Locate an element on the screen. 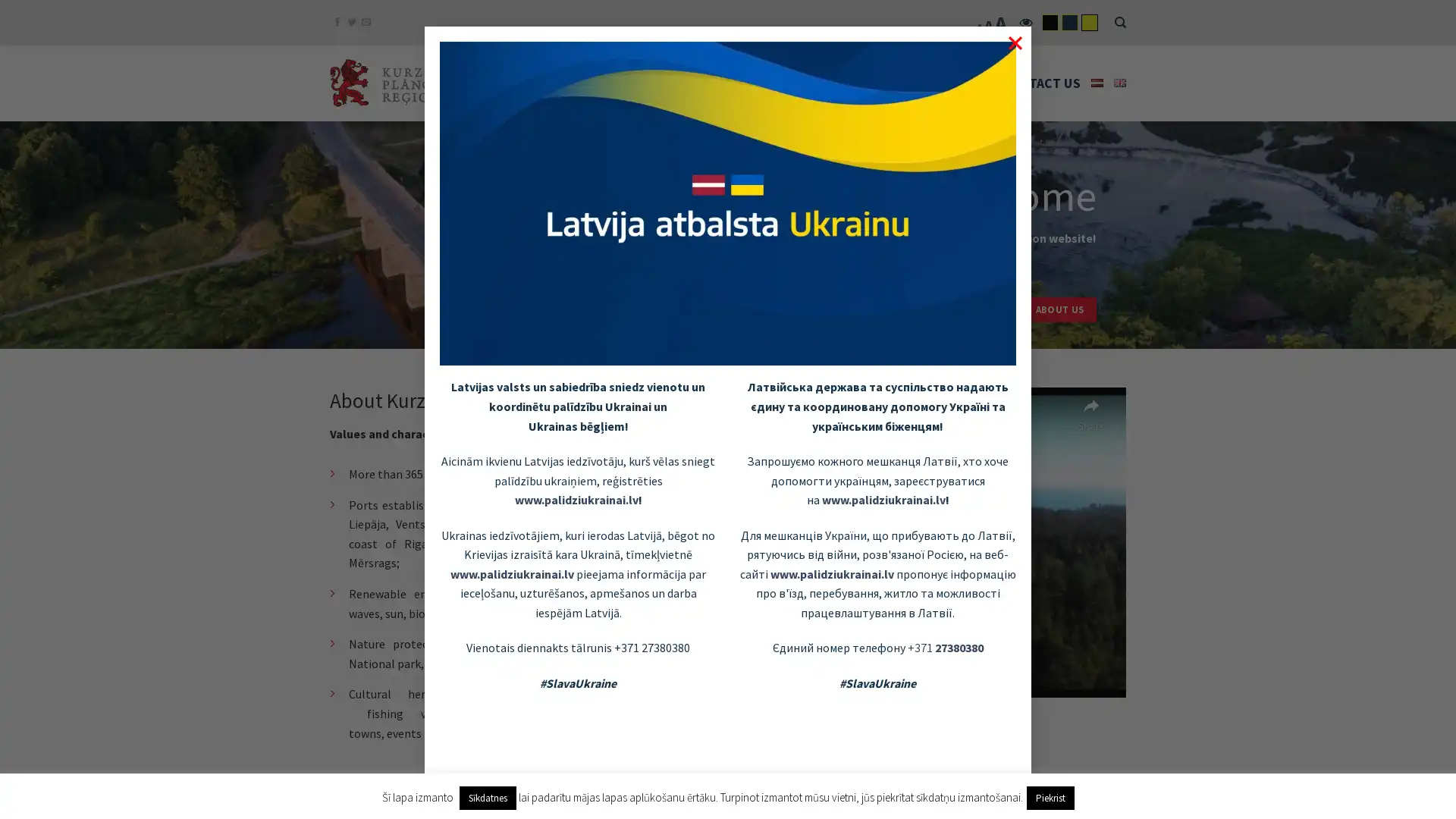 The image size is (1456, 819). Piekrist is located at coordinates (1049, 797).